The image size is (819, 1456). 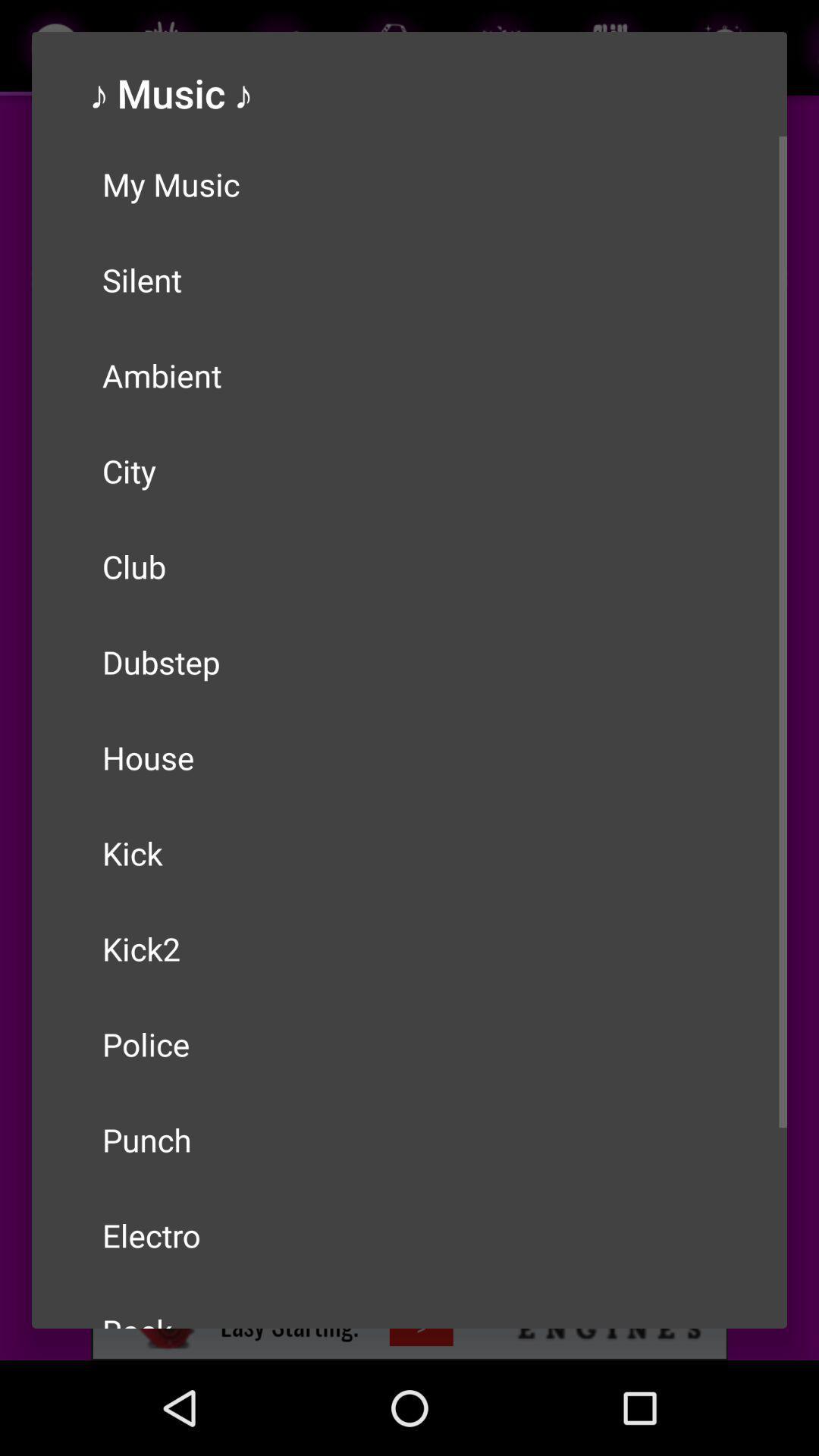 What do you see at coordinates (409, 1139) in the screenshot?
I see `the 		punch icon` at bounding box center [409, 1139].